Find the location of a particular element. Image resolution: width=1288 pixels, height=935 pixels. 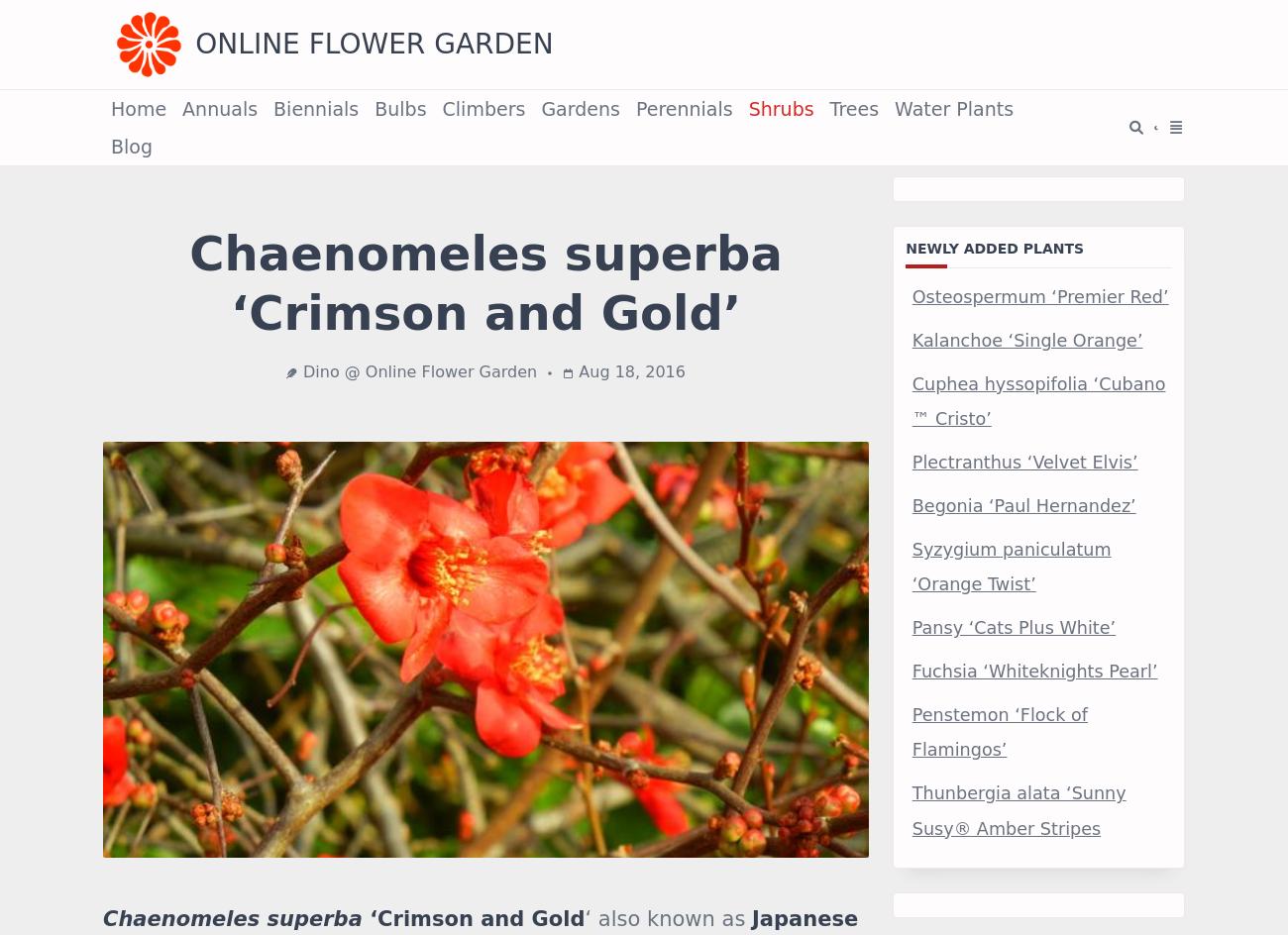

'Share This Page:' is located at coordinates (188, 702).